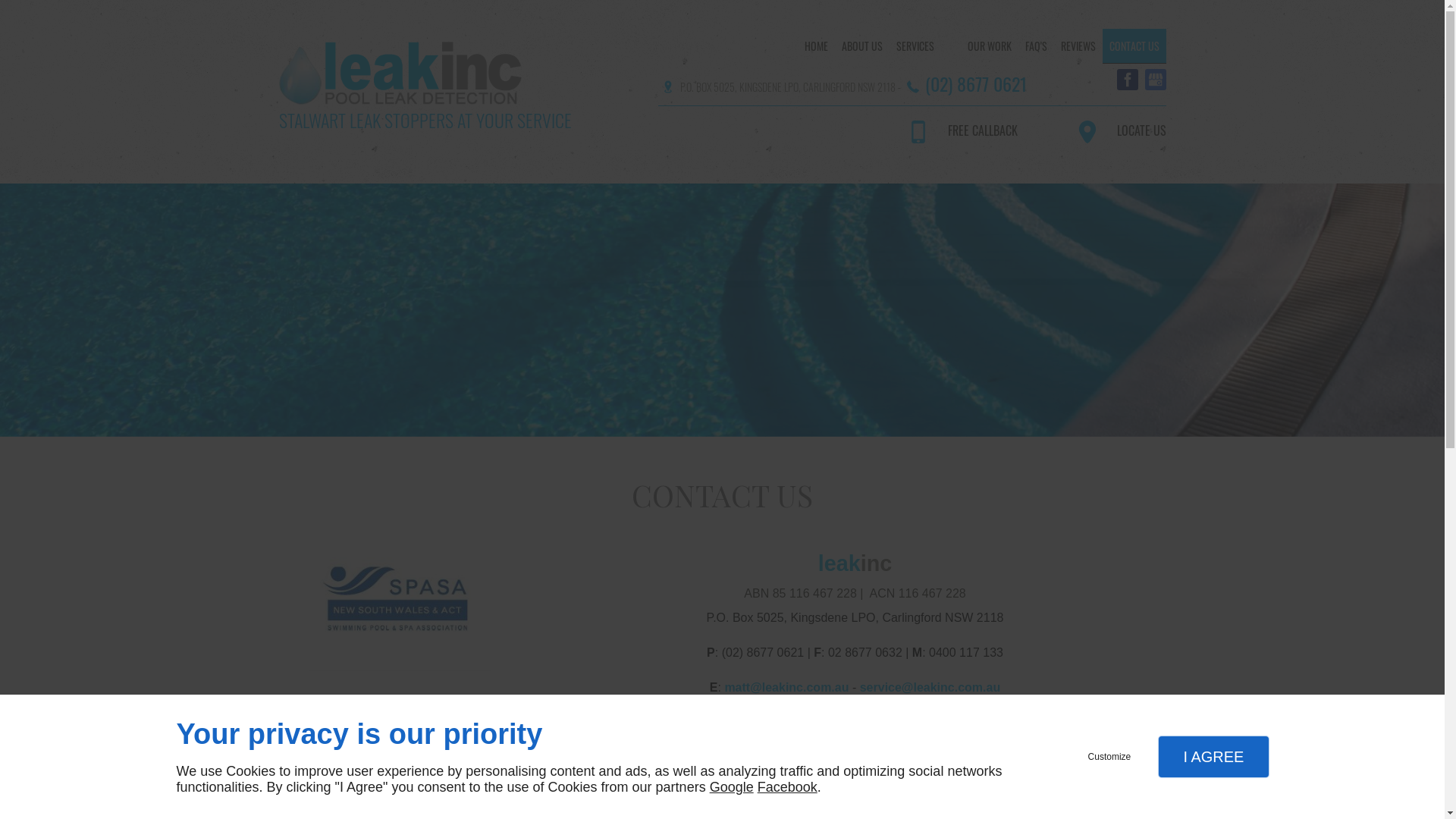 The width and height of the screenshot is (1456, 819). I want to click on 'OUR WORK', so click(989, 45).